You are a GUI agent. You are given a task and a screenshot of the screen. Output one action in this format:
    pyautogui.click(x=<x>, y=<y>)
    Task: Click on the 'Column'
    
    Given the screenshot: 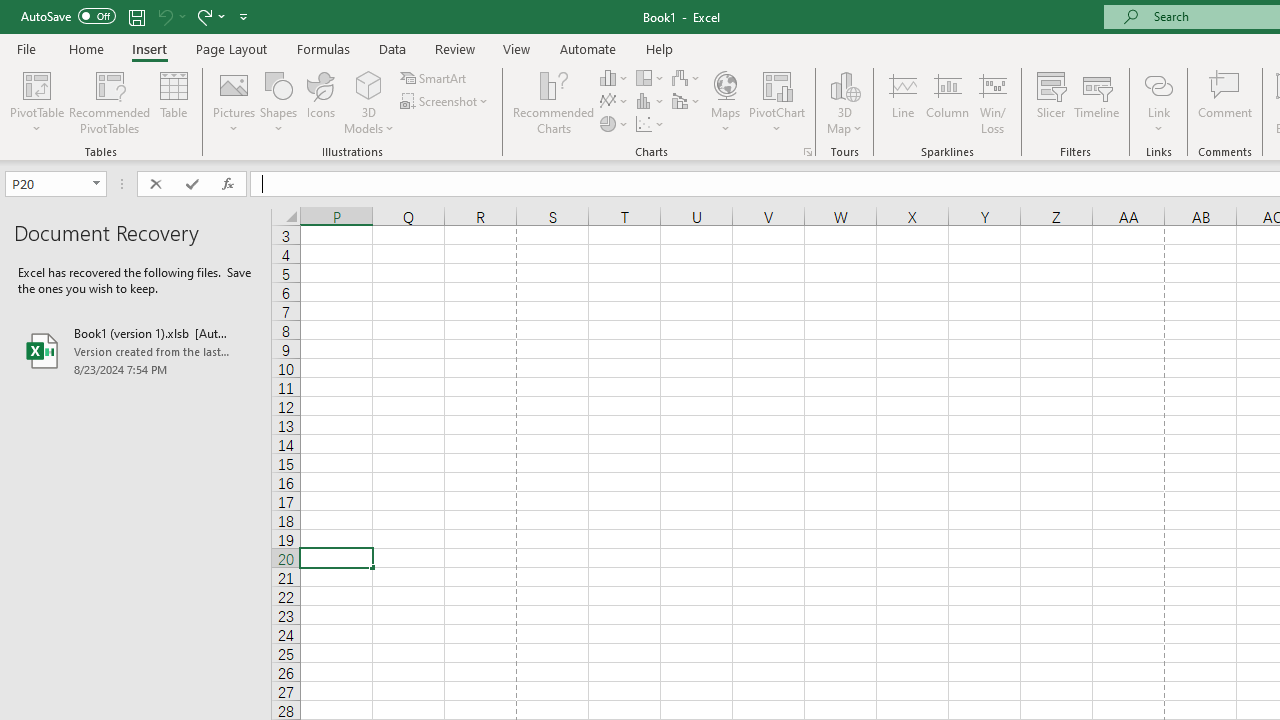 What is the action you would take?
    pyautogui.click(x=946, y=103)
    